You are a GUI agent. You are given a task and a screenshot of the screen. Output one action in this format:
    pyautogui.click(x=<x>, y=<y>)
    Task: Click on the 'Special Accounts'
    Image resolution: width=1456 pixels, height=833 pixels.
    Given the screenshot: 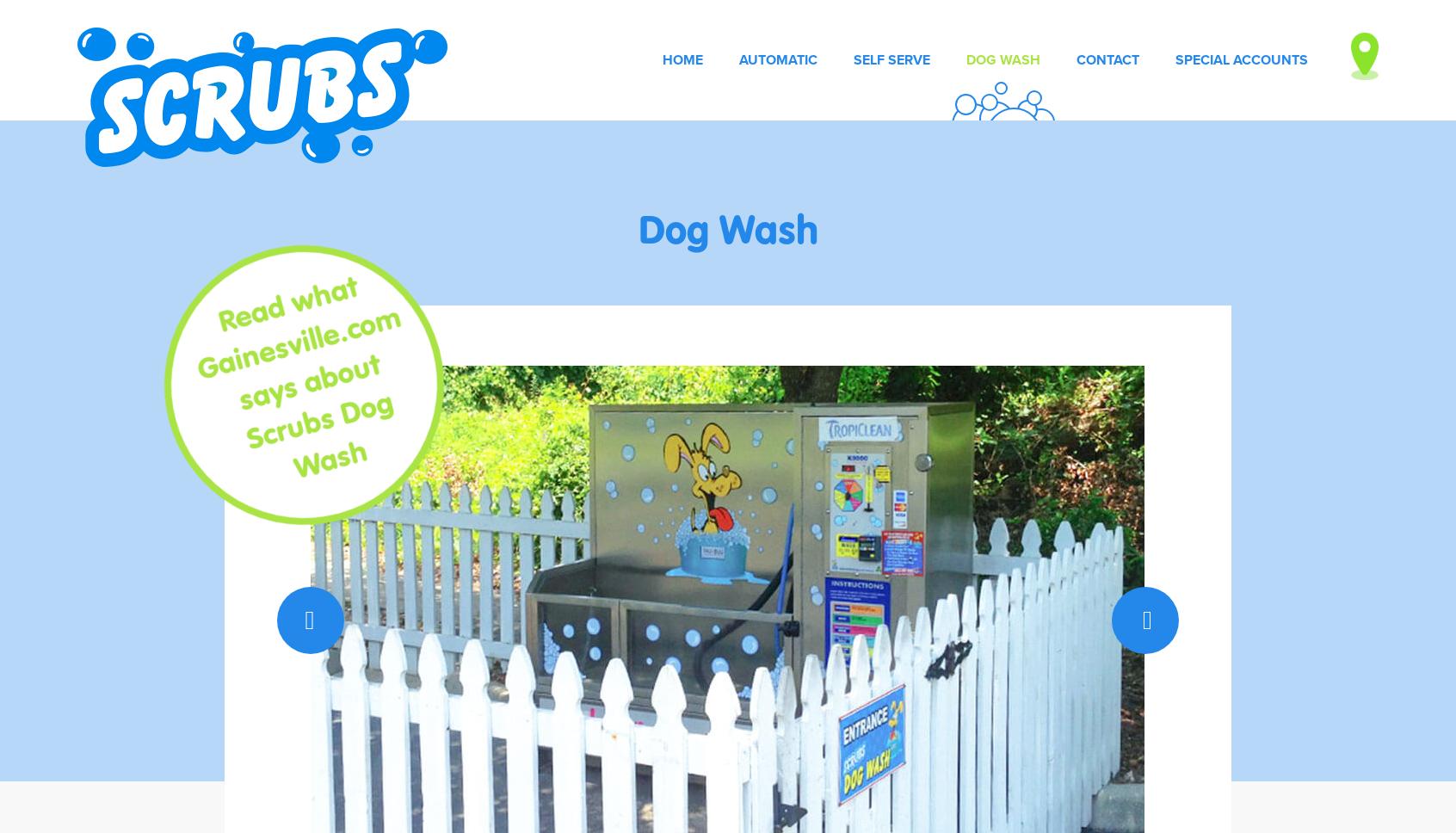 What is the action you would take?
    pyautogui.click(x=1175, y=59)
    